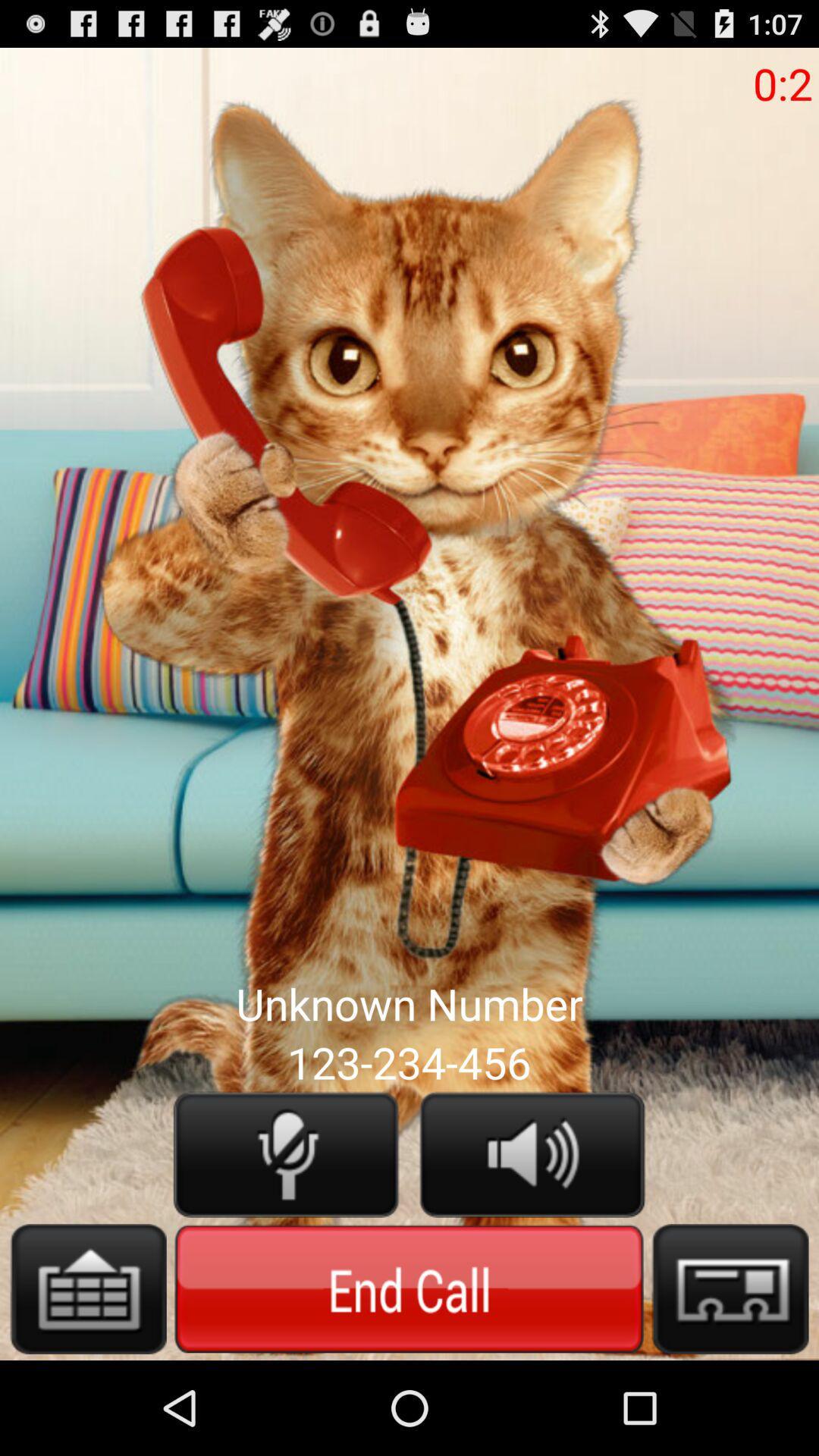  I want to click on mute microphone, so click(286, 1153).